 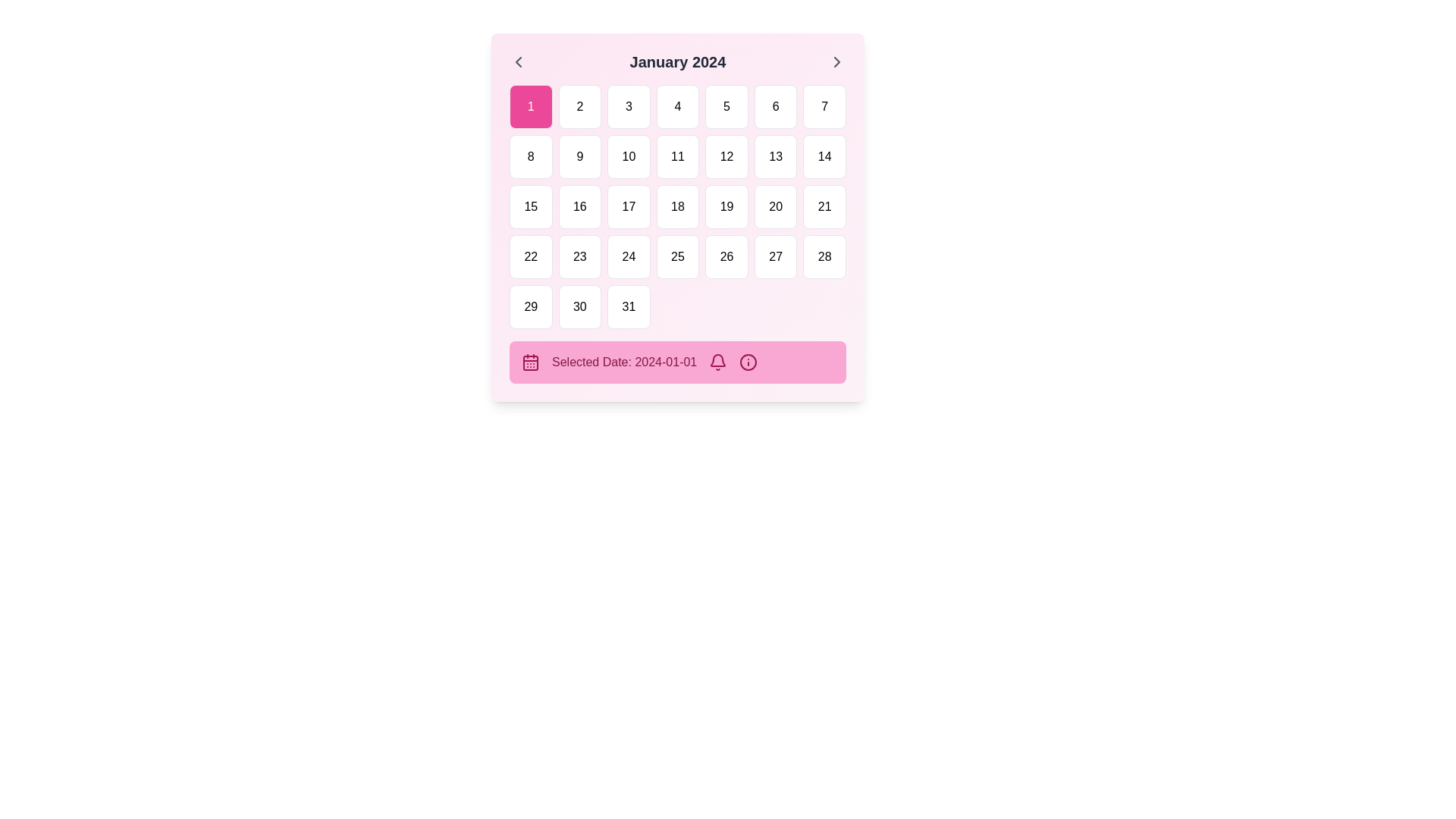 What do you see at coordinates (629, 256) in the screenshot?
I see `the calendar date cell representing the 24th day` at bounding box center [629, 256].